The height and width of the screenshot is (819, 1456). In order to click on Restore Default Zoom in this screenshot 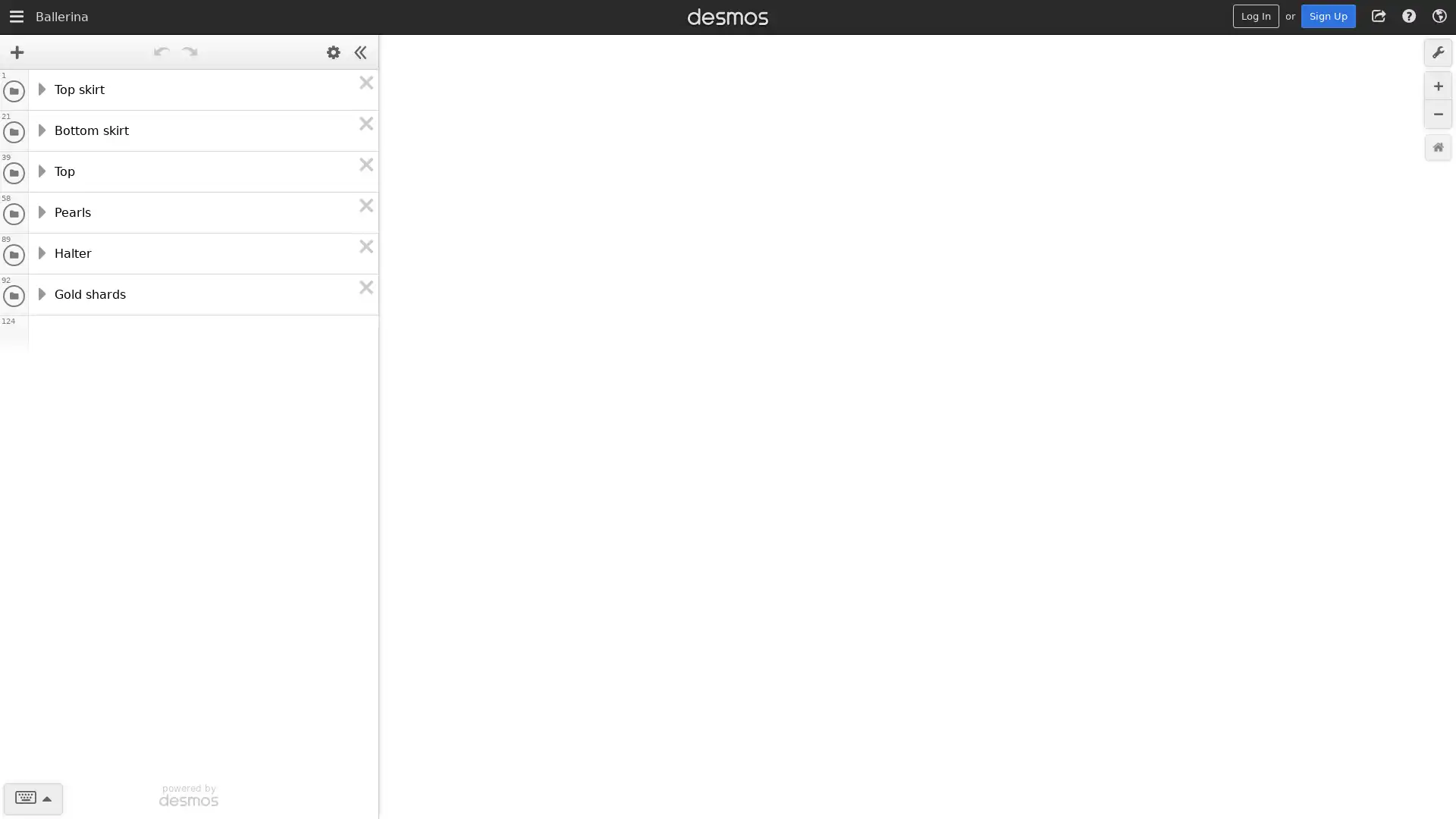, I will do `click(1437, 147)`.